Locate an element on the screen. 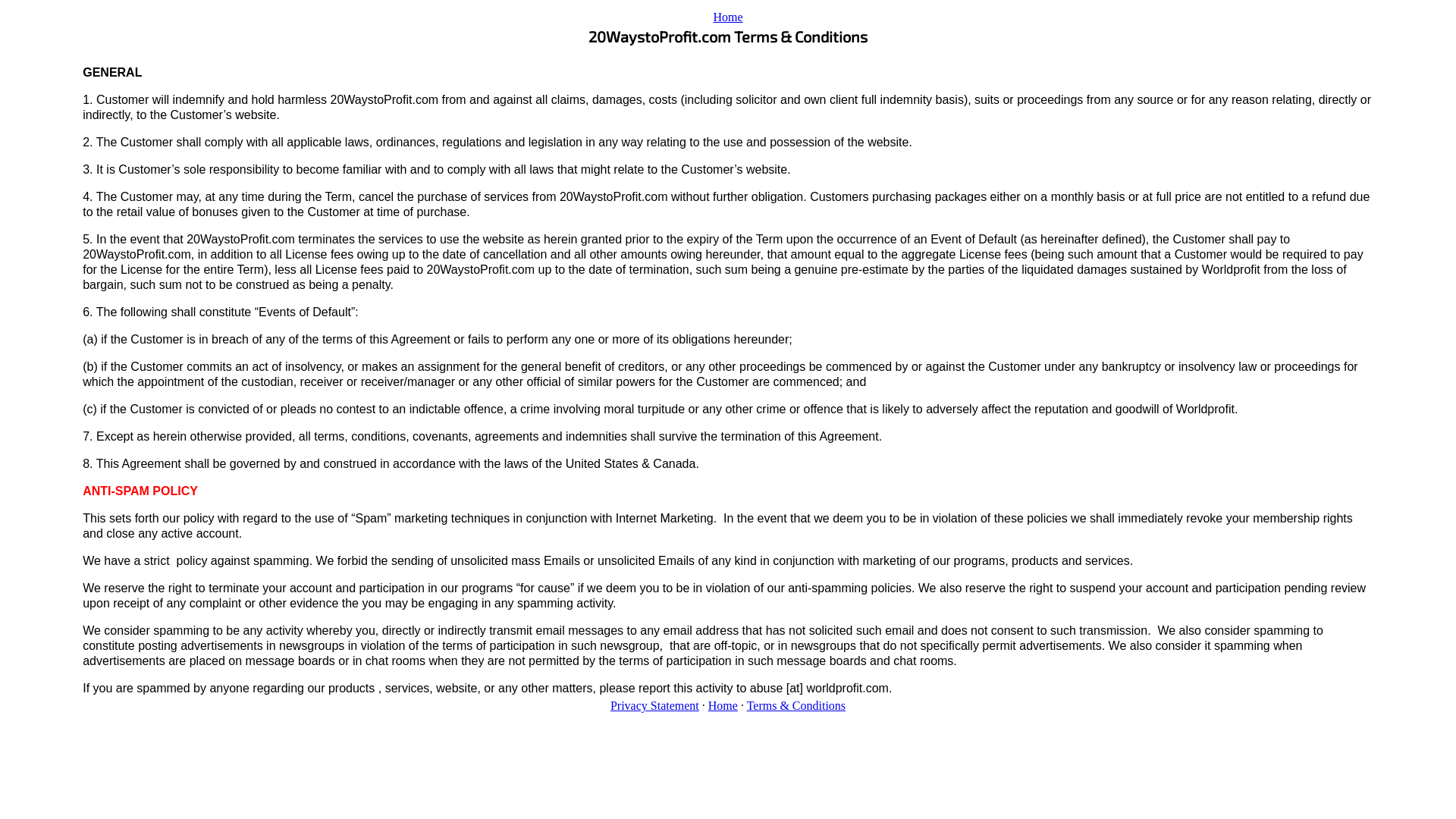 This screenshot has width=1456, height=819. 'Terms & Conditions' is located at coordinates (795, 705).